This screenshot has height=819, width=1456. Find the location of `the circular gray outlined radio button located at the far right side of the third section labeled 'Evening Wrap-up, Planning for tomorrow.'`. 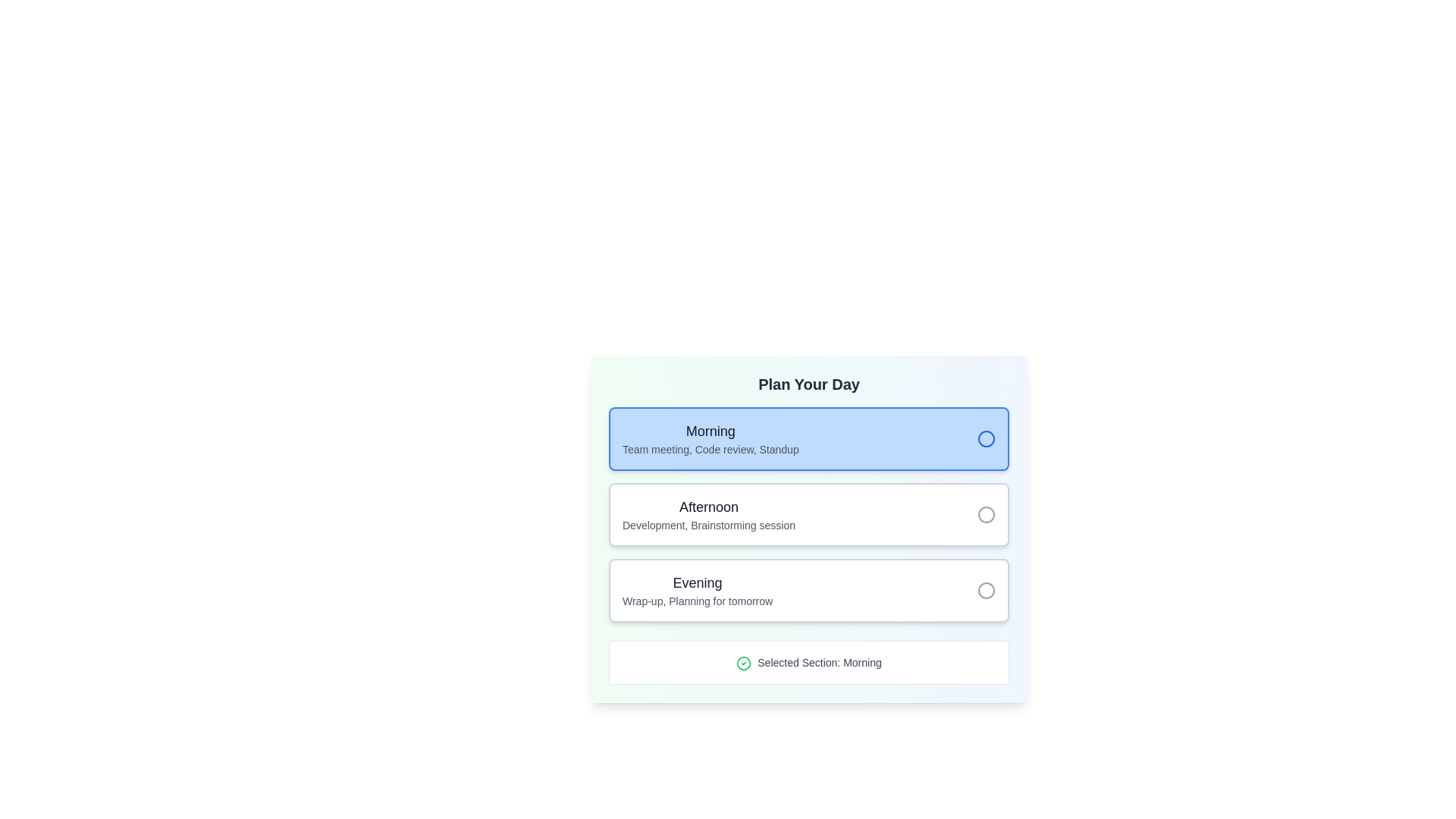

the circular gray outlined radio button located at the far right side of the third section labeled 'Evening Wrap-up, Planning for tomorrow.' is located at coordinates (986, 590).